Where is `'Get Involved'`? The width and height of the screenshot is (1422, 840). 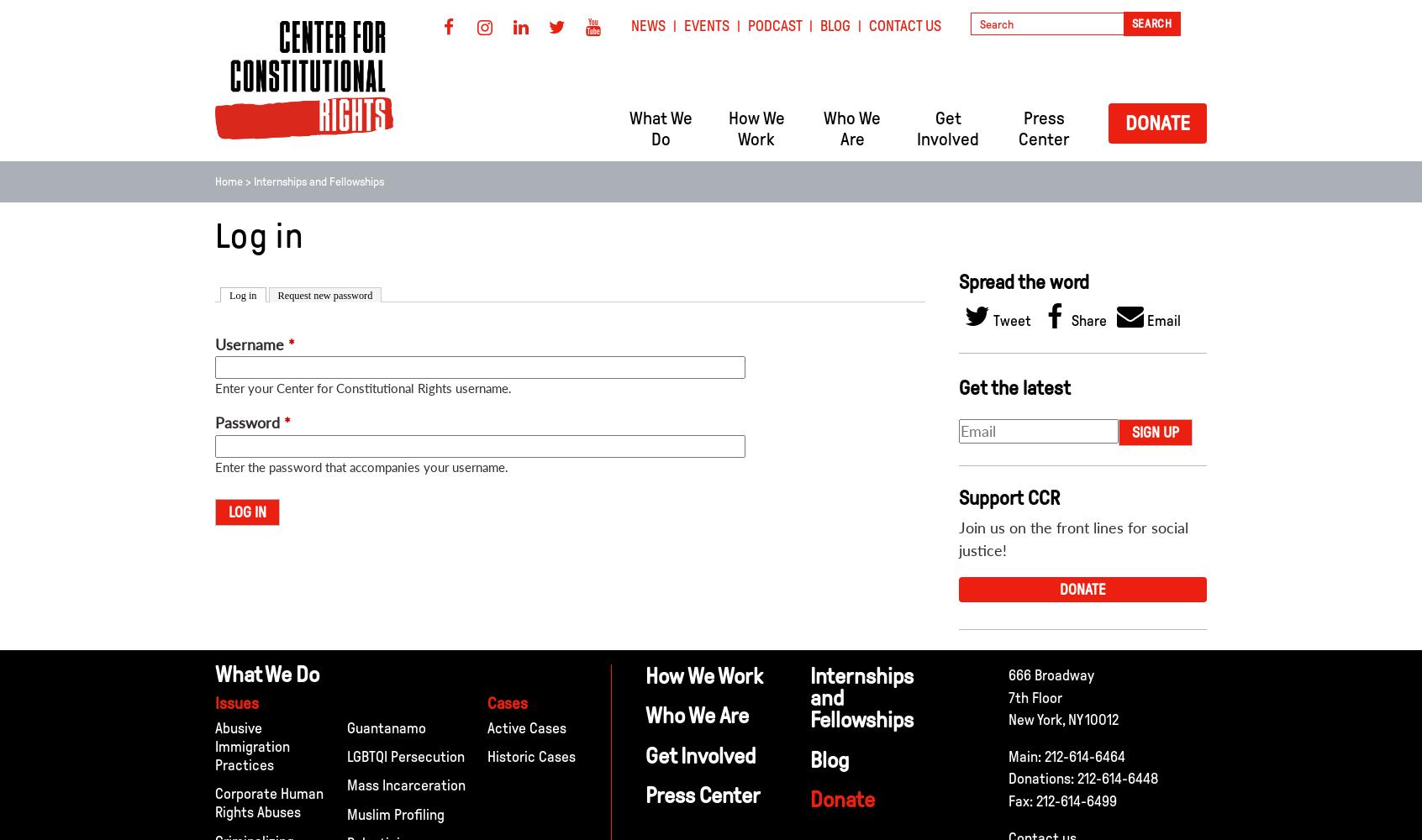 'Get Involved' is located at coordinates (700, 755).